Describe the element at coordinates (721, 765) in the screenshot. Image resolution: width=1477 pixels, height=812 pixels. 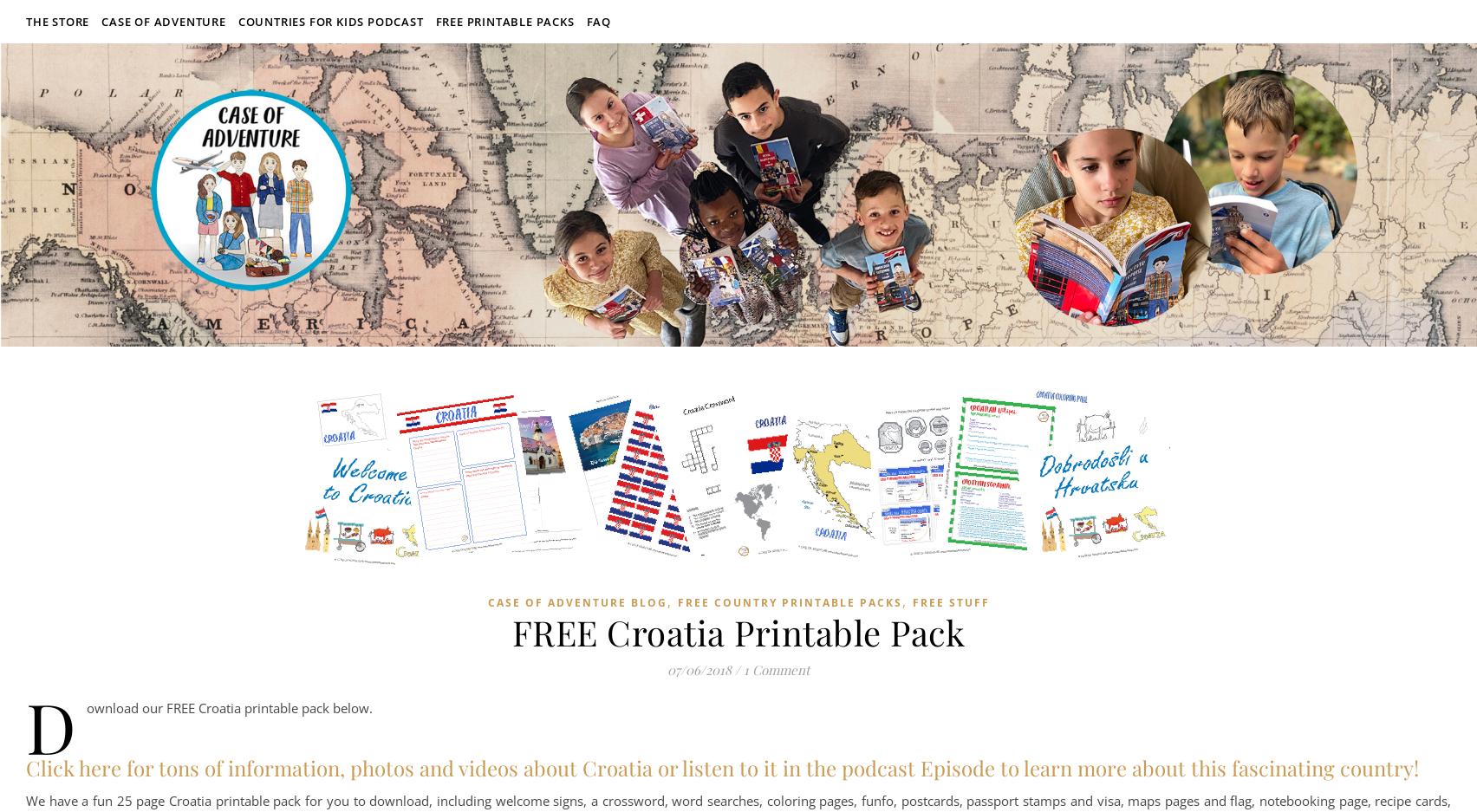
I see `'Click here for tons of information, photos and videos about Croatia or listen to it in the podcast Episode to learn more about this fascinating country!'` at that location.